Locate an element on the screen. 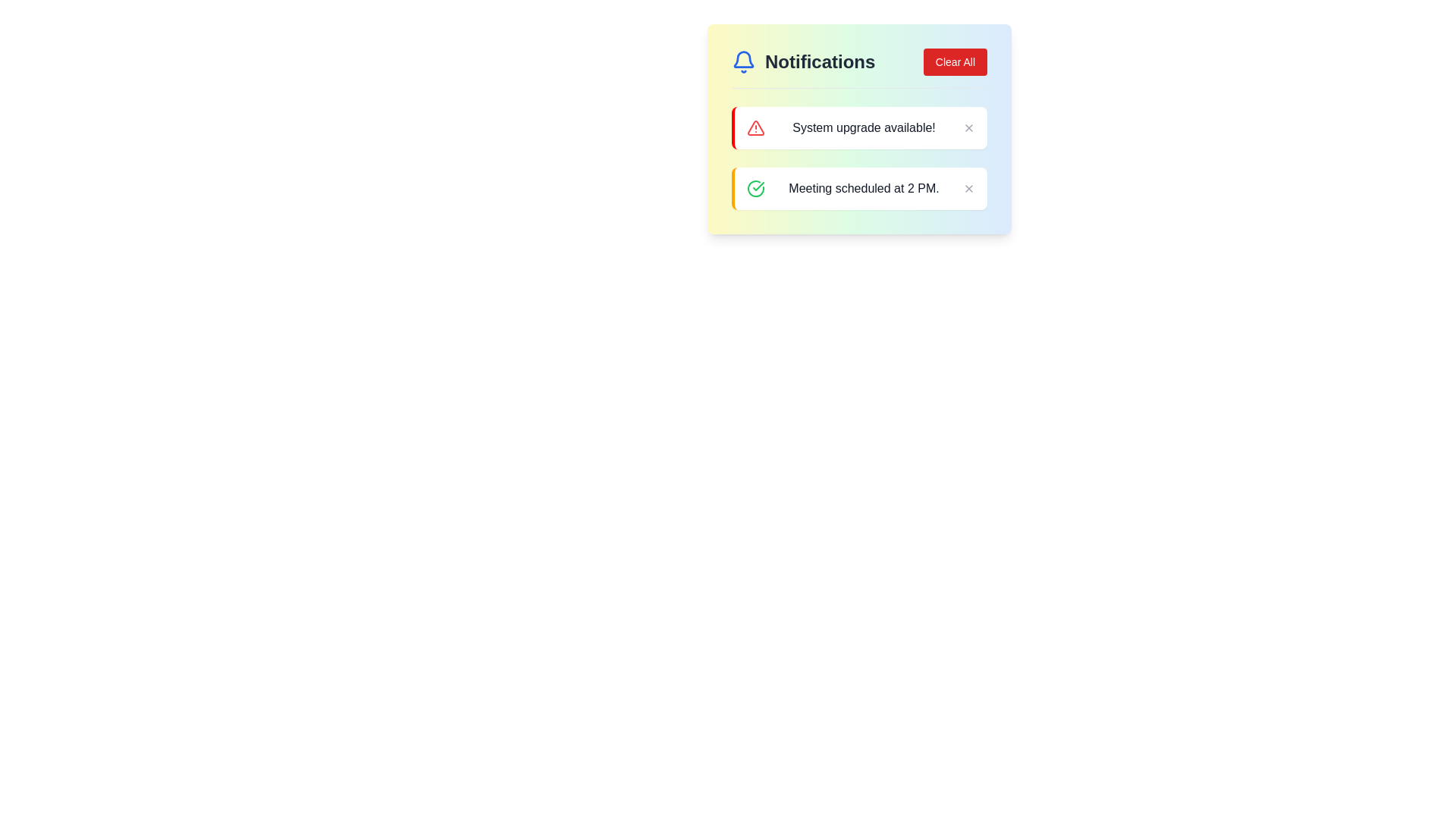 The height and width of the screenshot is (819, 1456). the warning icon within the notification card titled 'System upgrade available!', positioned towards the left side near the text of the notification is located at coordinates (756, 127).